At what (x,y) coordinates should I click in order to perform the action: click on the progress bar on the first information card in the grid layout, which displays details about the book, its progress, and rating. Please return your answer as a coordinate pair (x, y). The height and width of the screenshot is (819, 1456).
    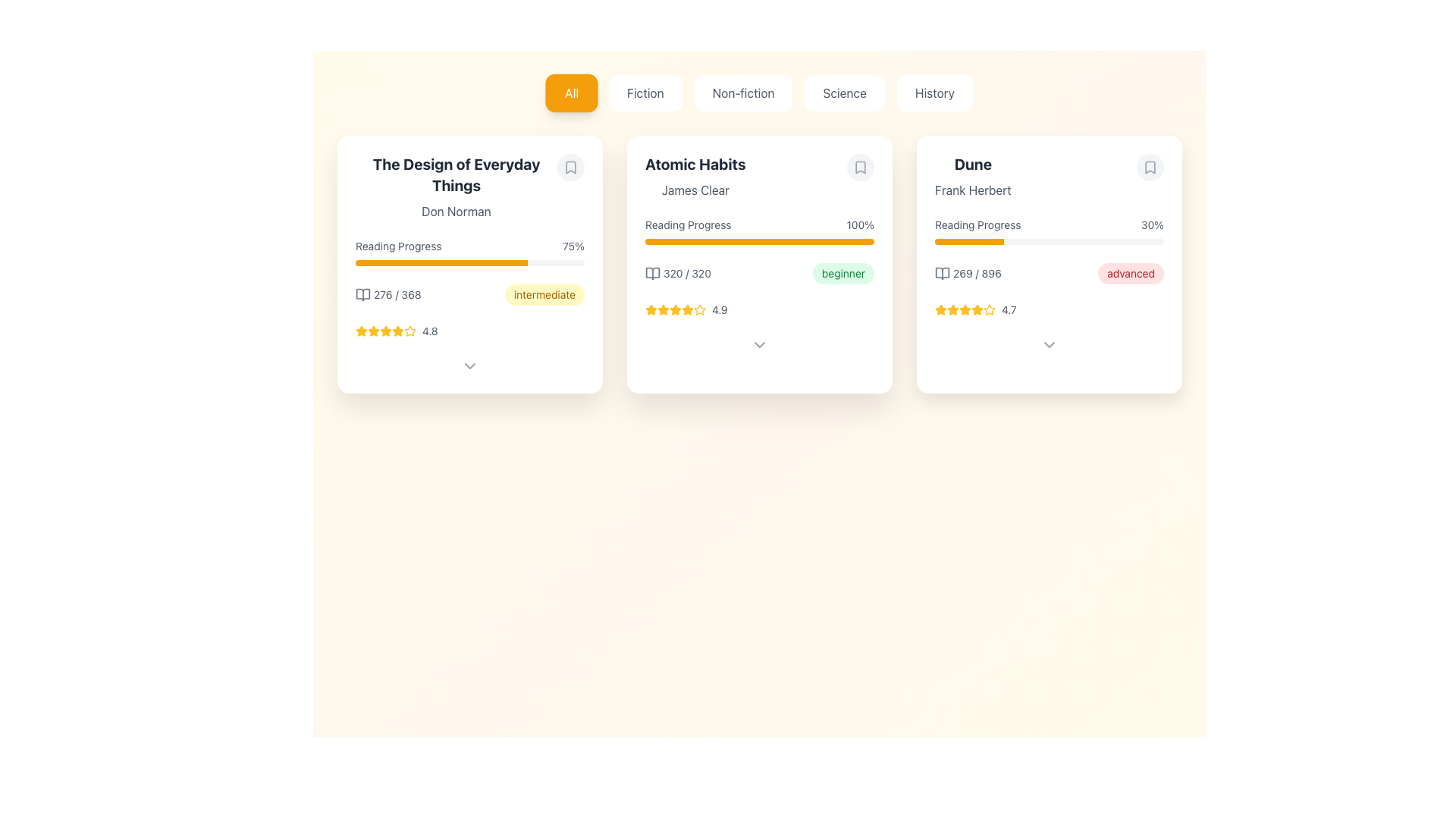
    Looking at the image, I should click on (469, 263).